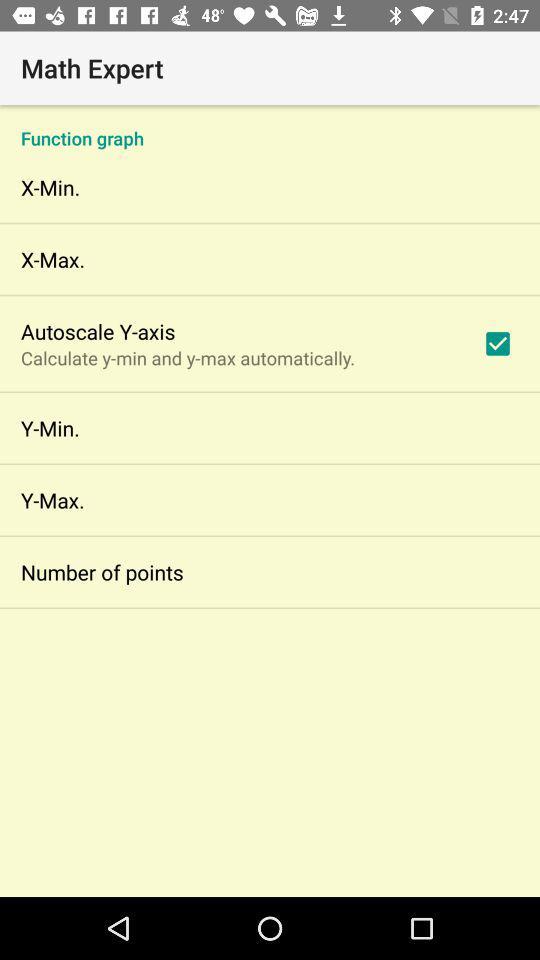 The height and width of the screenshot is (960, 540). I want to click on app below function graph app, so click(496, 343).